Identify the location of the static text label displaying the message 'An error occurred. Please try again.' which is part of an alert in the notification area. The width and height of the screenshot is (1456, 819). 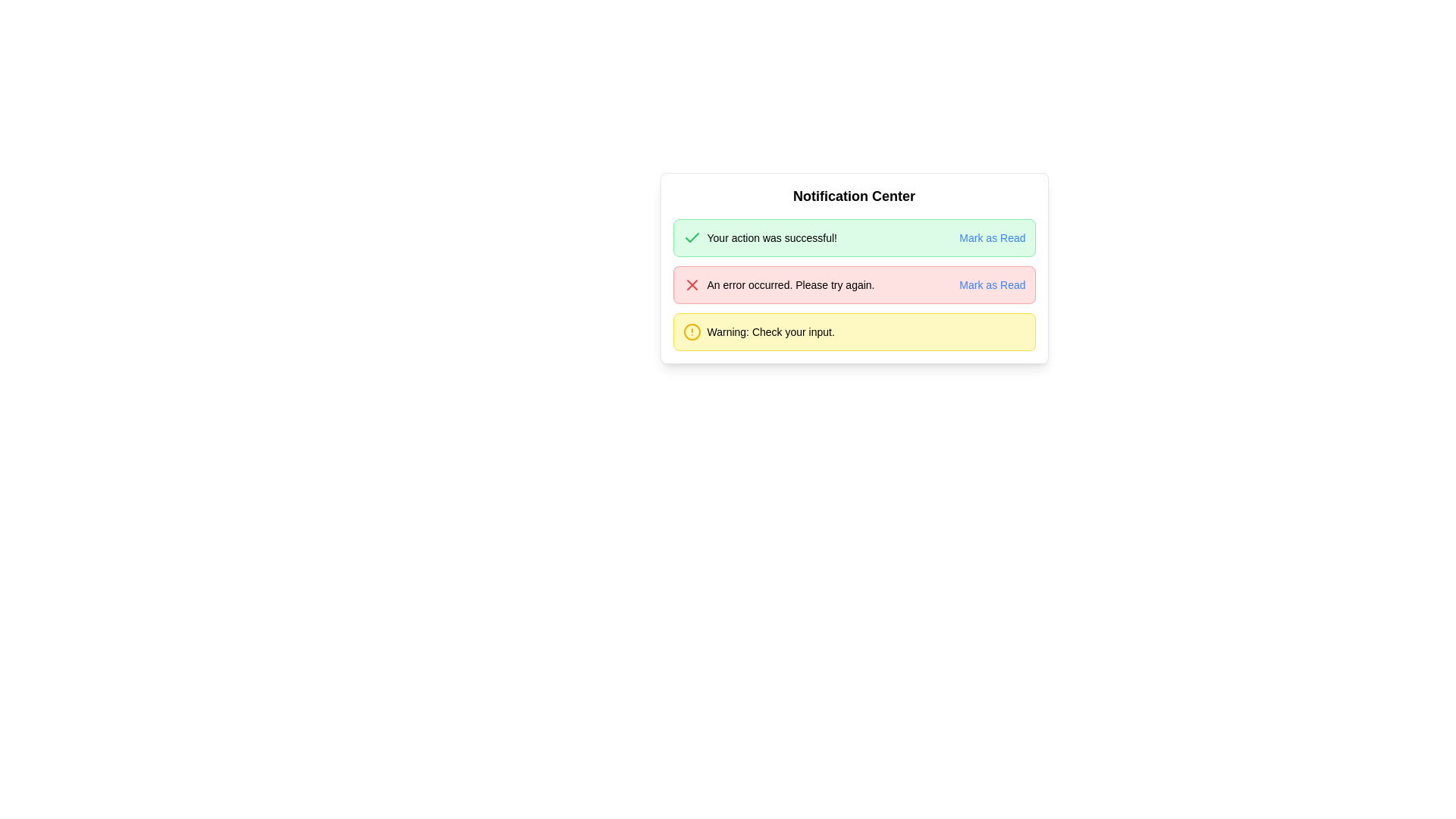
(789, 284).